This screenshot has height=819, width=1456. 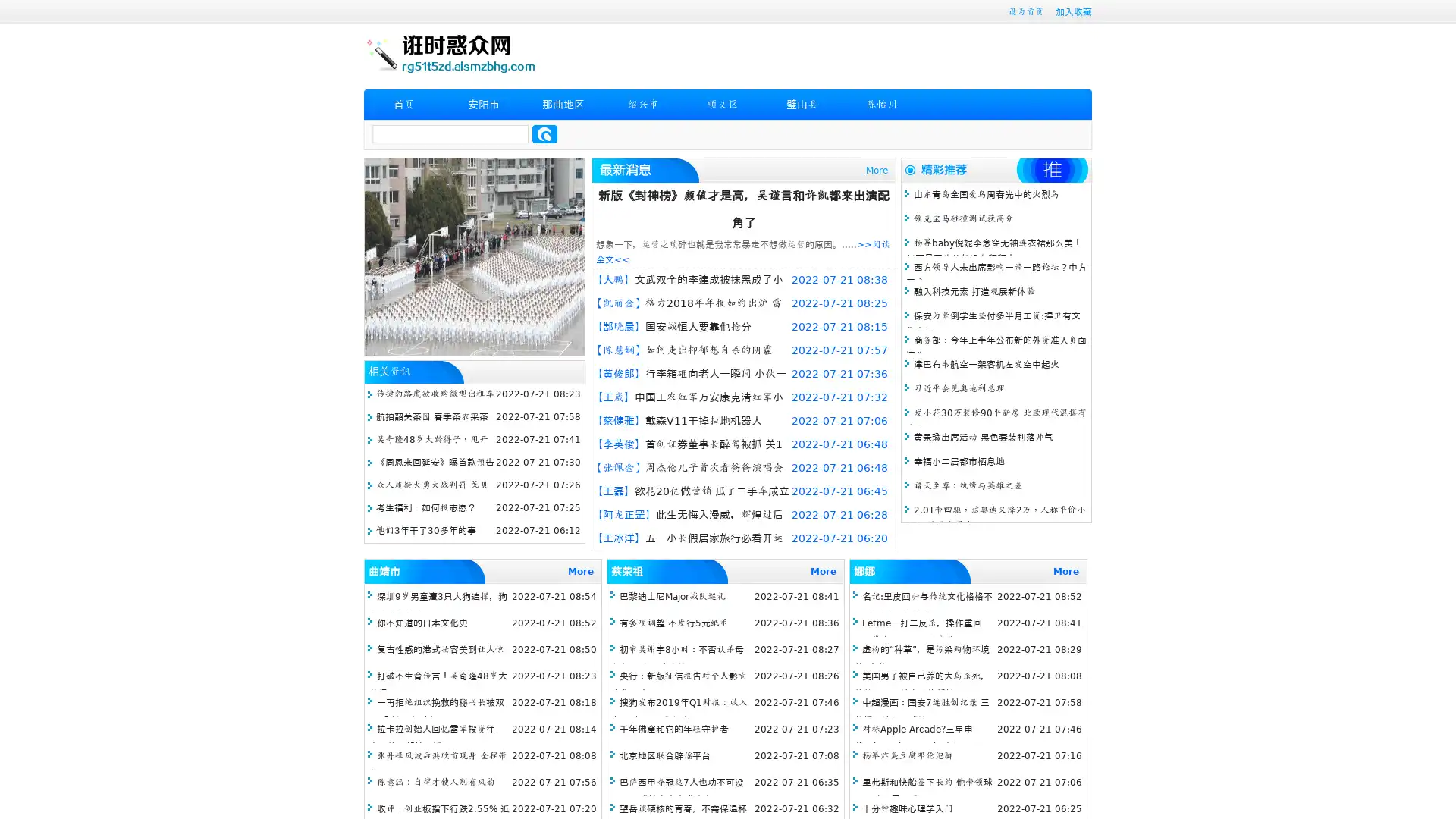 What do you see at coordinates (544, 133) in the screenshot?
I see `Search` at bounding box center [544, 133].